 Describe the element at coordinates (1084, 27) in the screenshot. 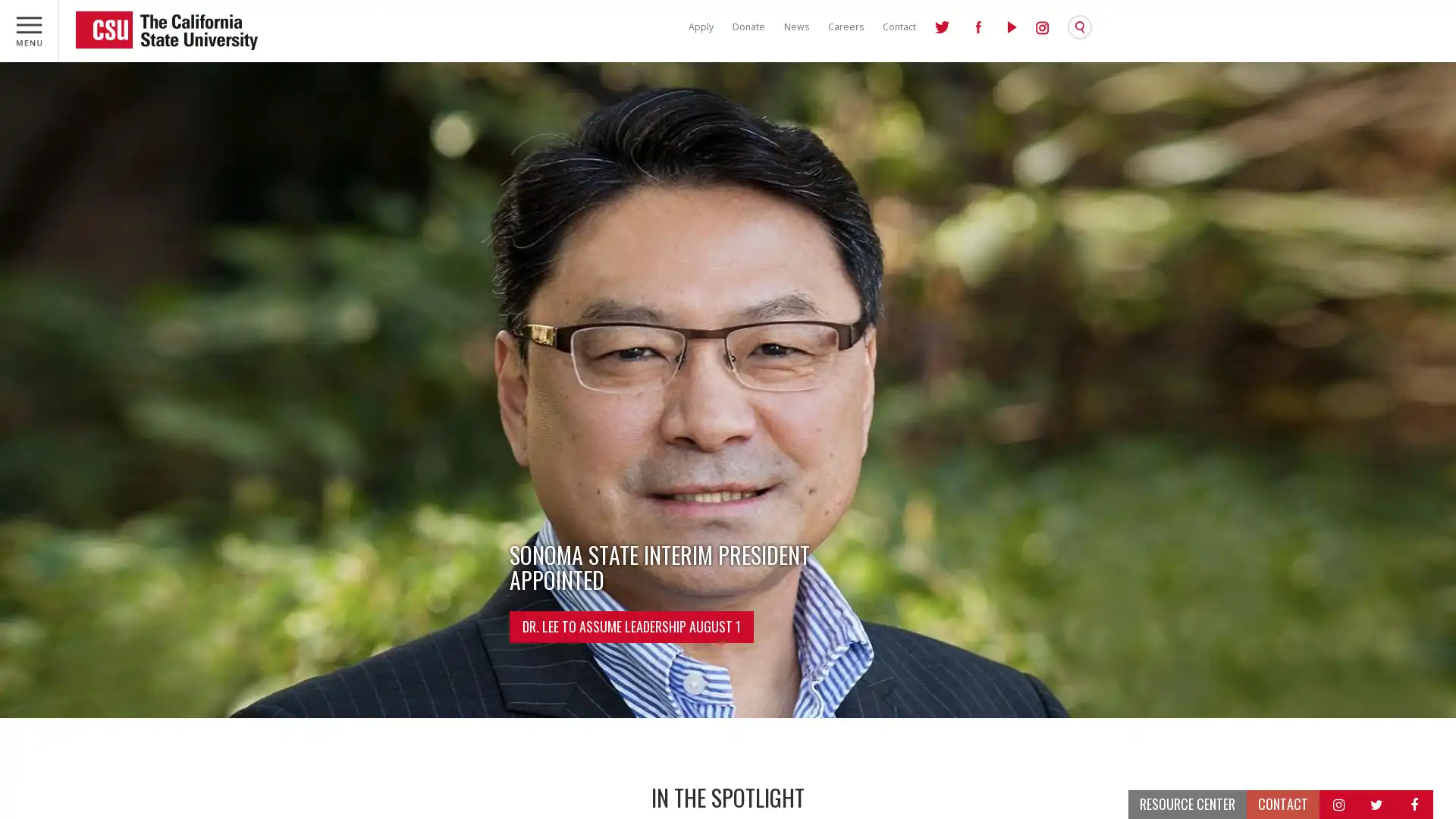

I see `Click button to perform a search` at that location.